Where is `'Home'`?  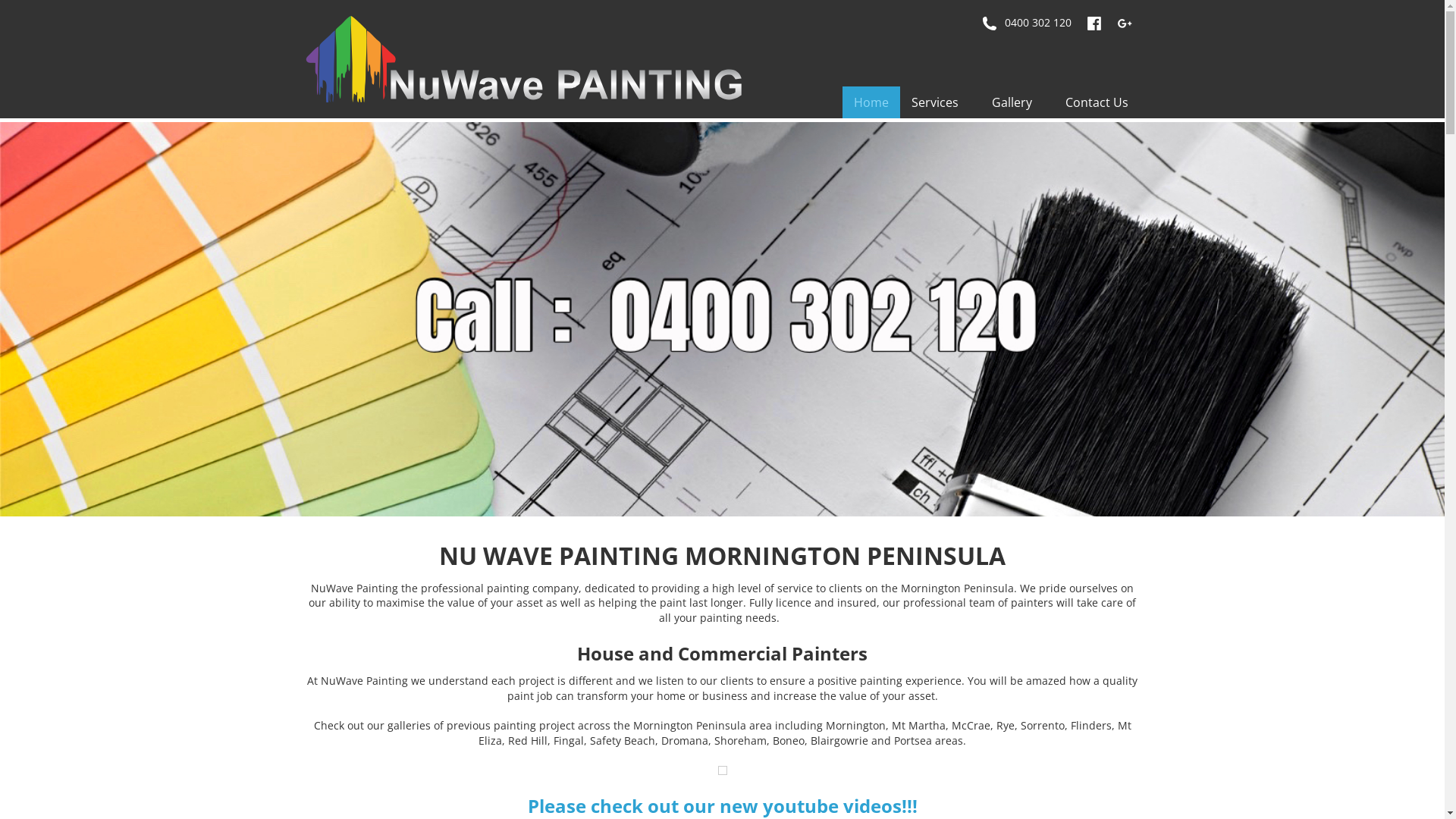
'Home' is located at coordinates (870, 102).